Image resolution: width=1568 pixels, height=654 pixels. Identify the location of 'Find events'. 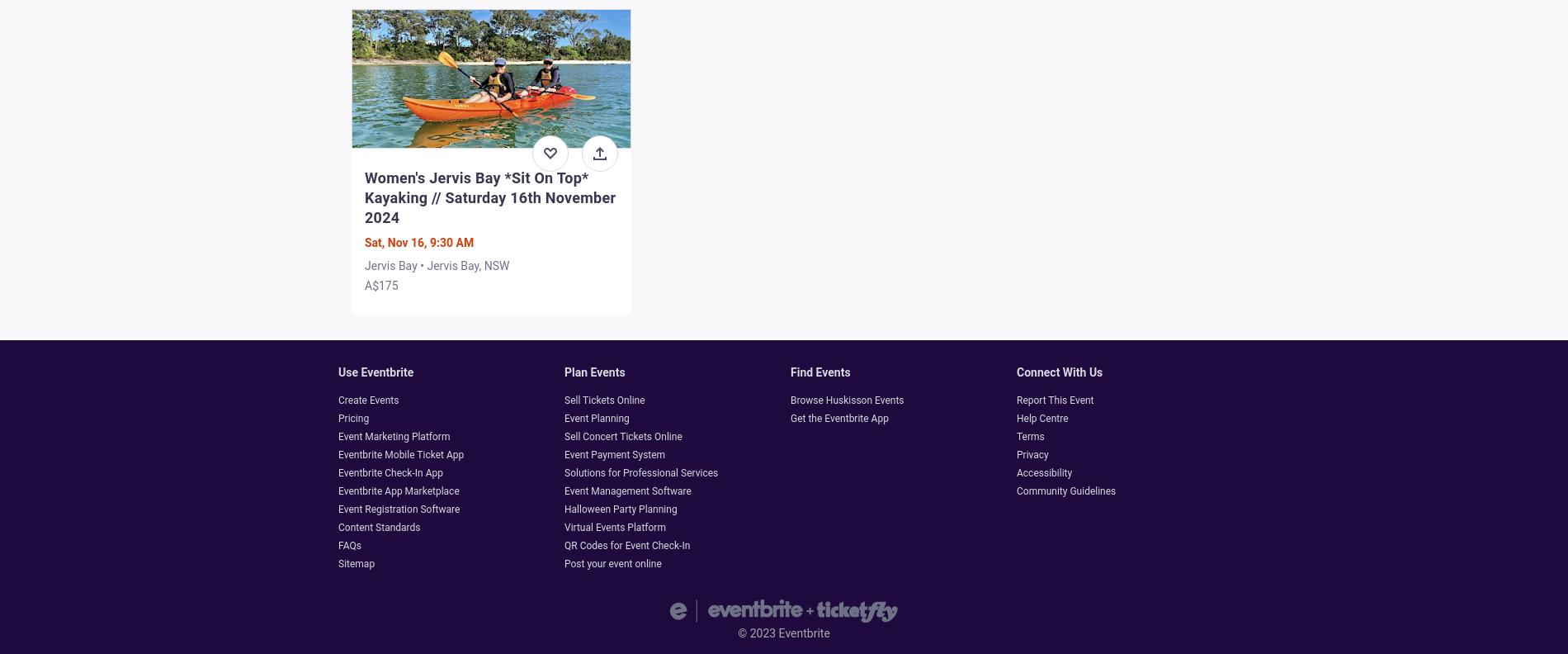
(820, 372).